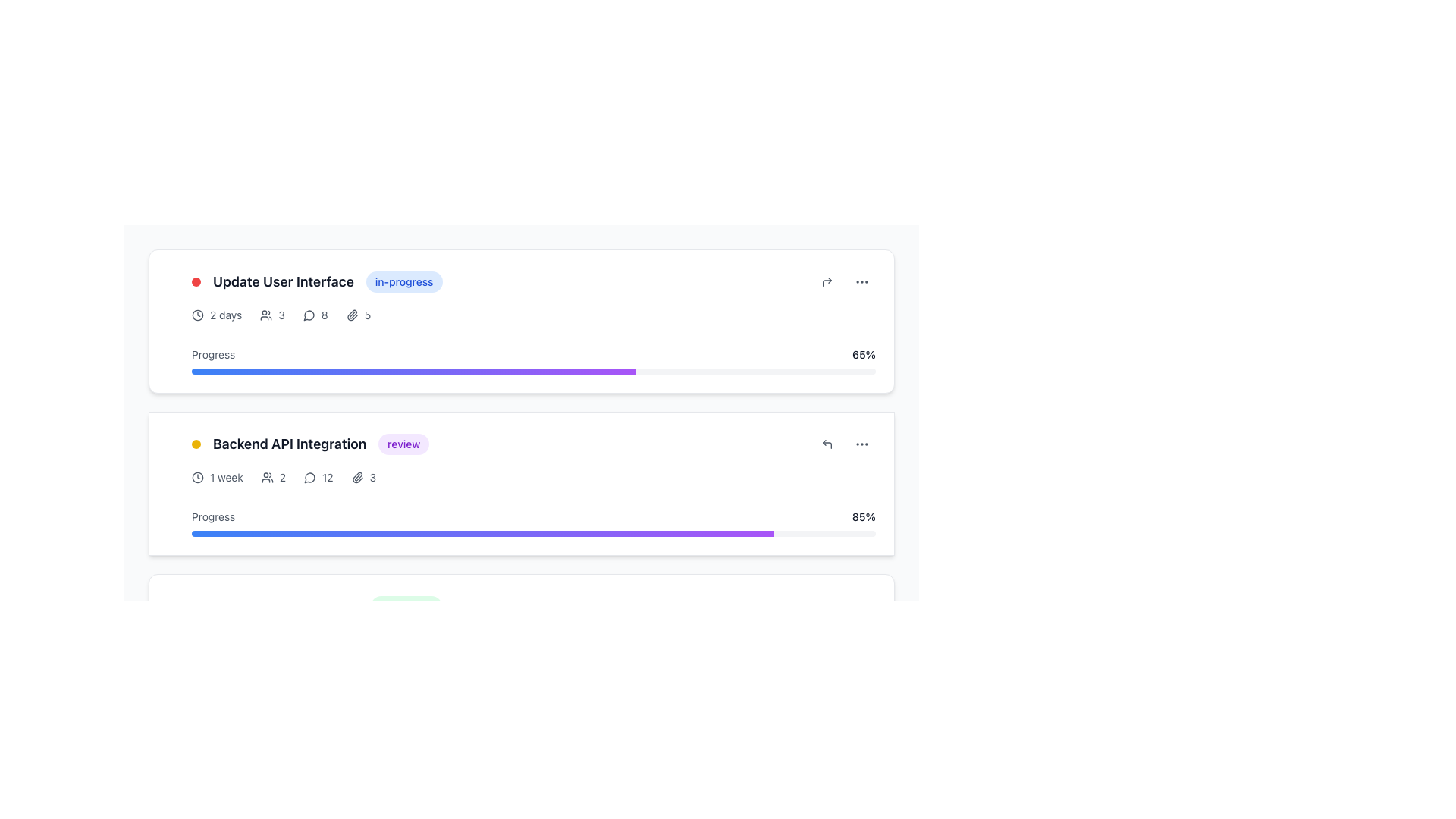  What do you see at coordinates (309, 444) in the screenshot?
I see `the group containing the yellow circular indicator, the bold label 'Backend API Integration', and the purple tag 'review'` at bounding box center [309, 444].